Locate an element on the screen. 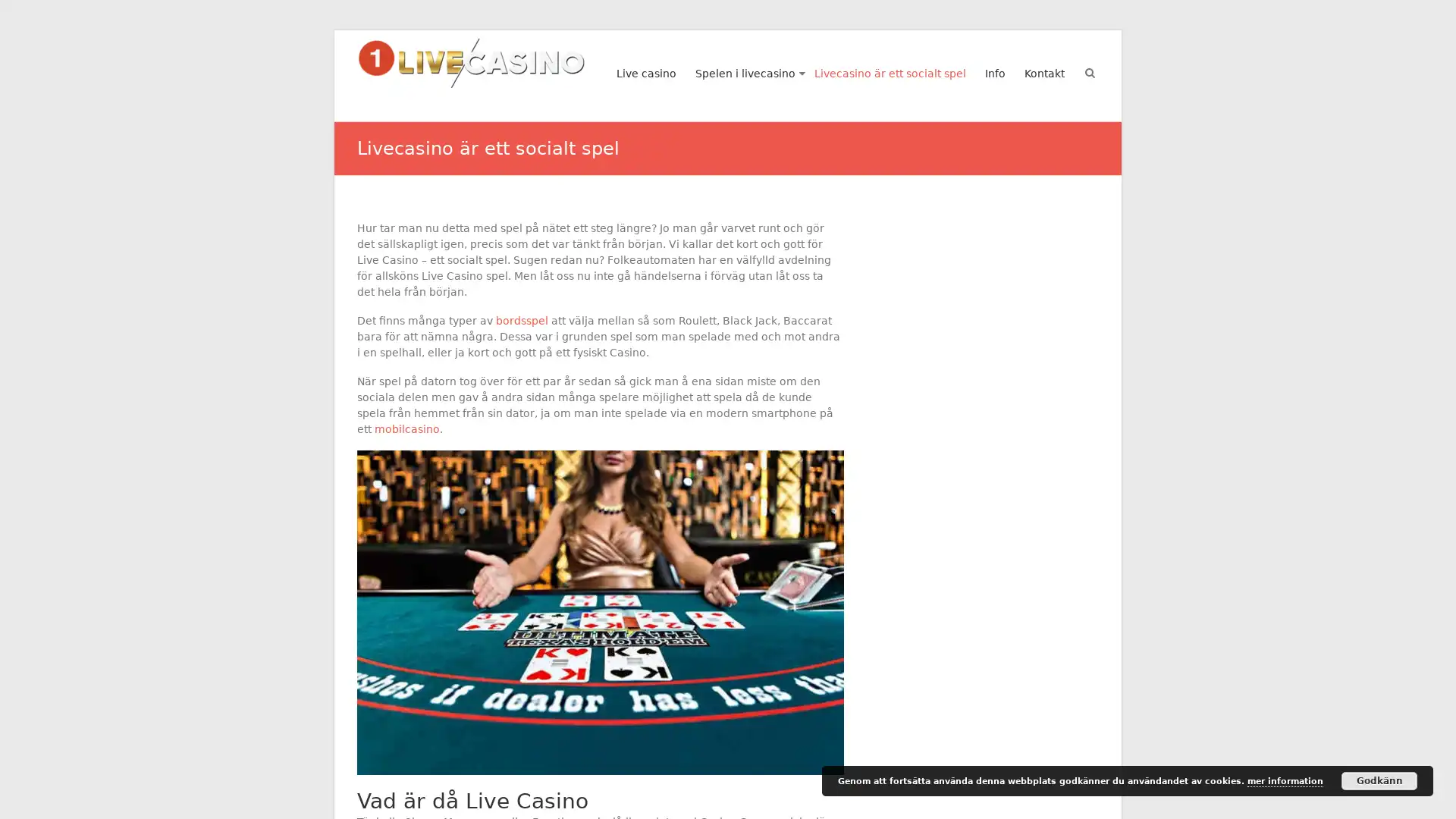  Godkann is located at coordinates (1379, 780).